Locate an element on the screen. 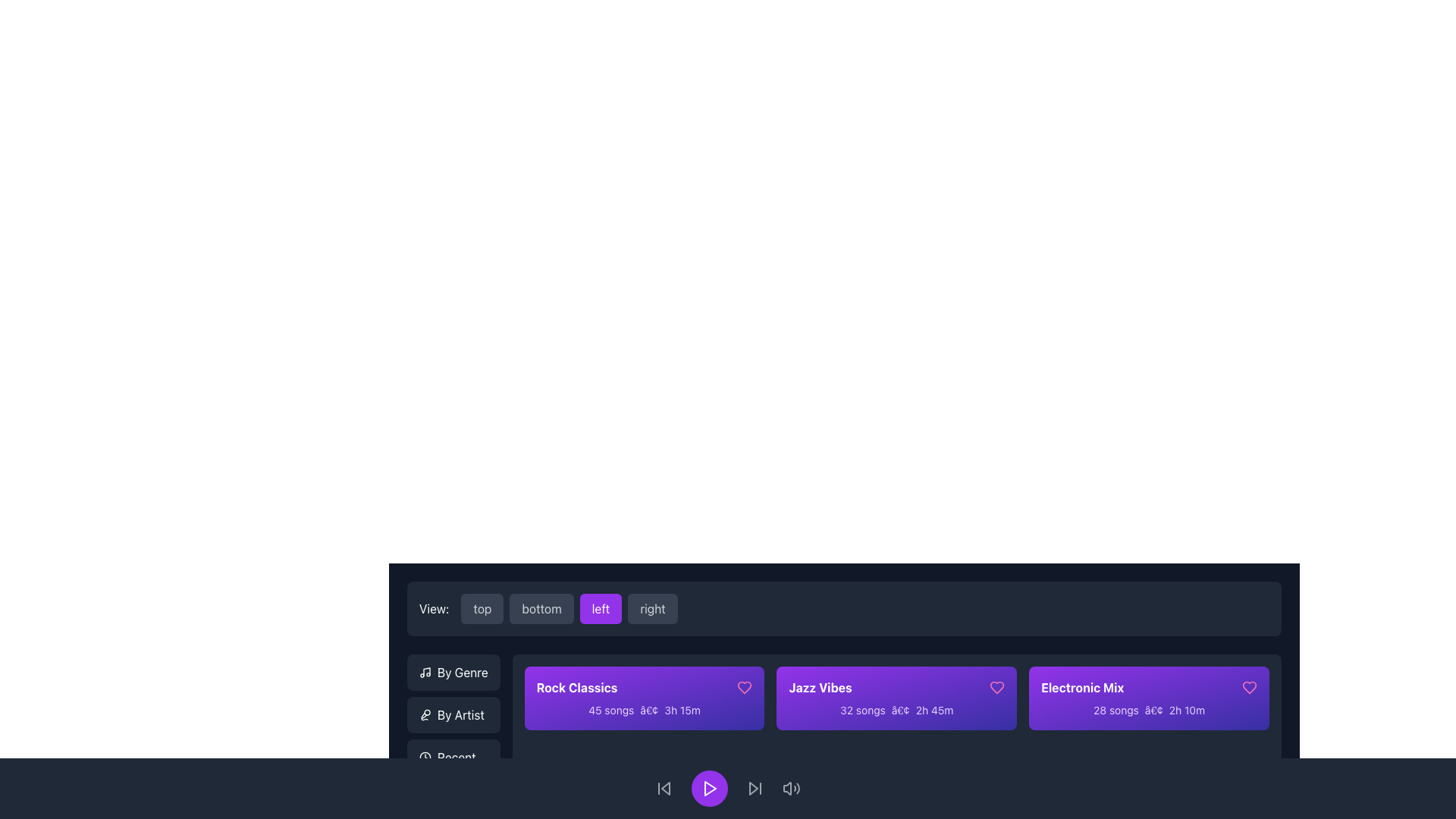  the 'left' button, the third button in a sequence of four buttons labeled 'top', 'bottom', 'left', and 'right', located in the header area to observe hover effects is located at coordinates (569, 607).